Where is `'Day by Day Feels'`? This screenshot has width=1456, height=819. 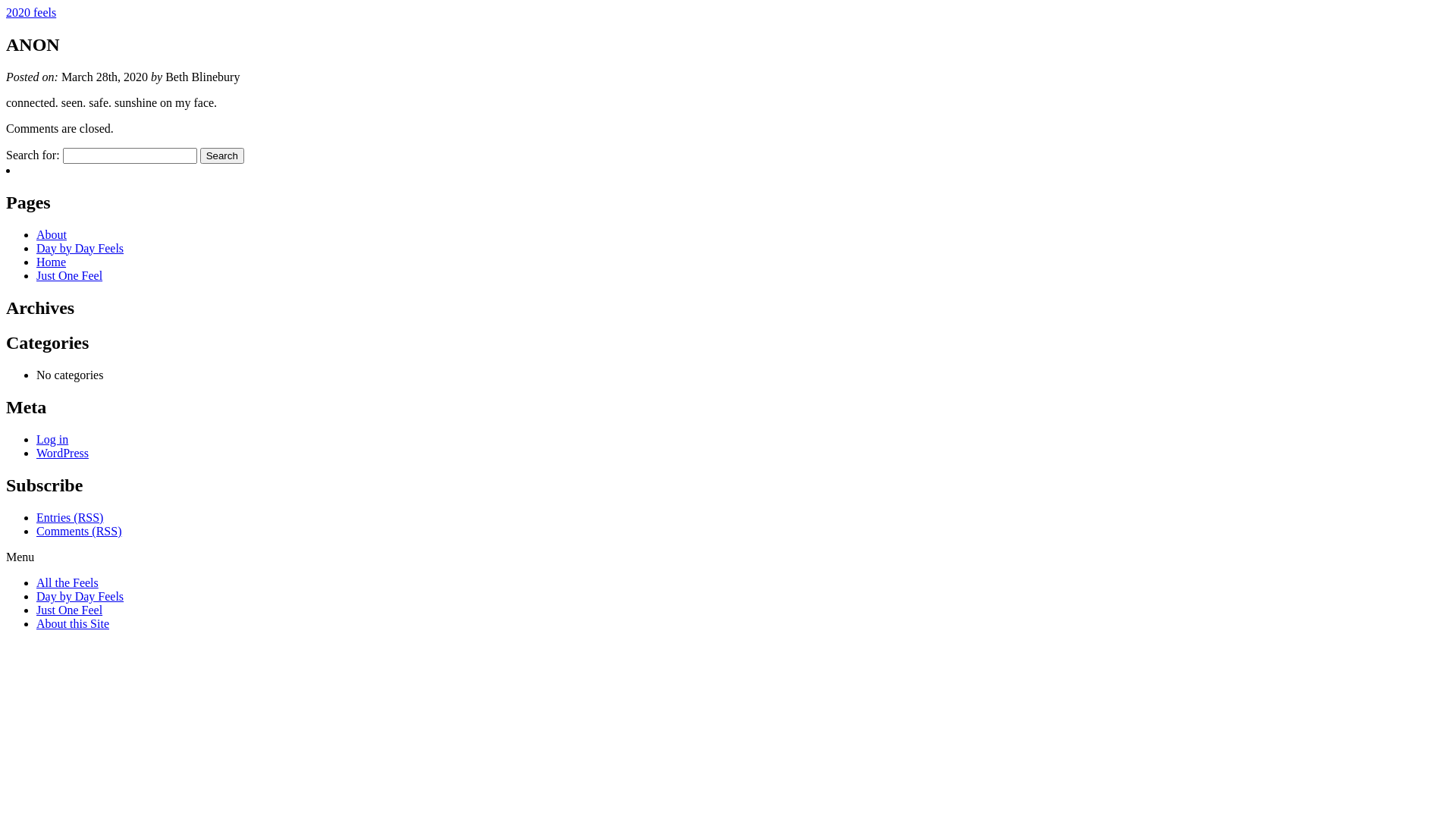 'Day by Day Feels' is located at coordinates (79, 595).